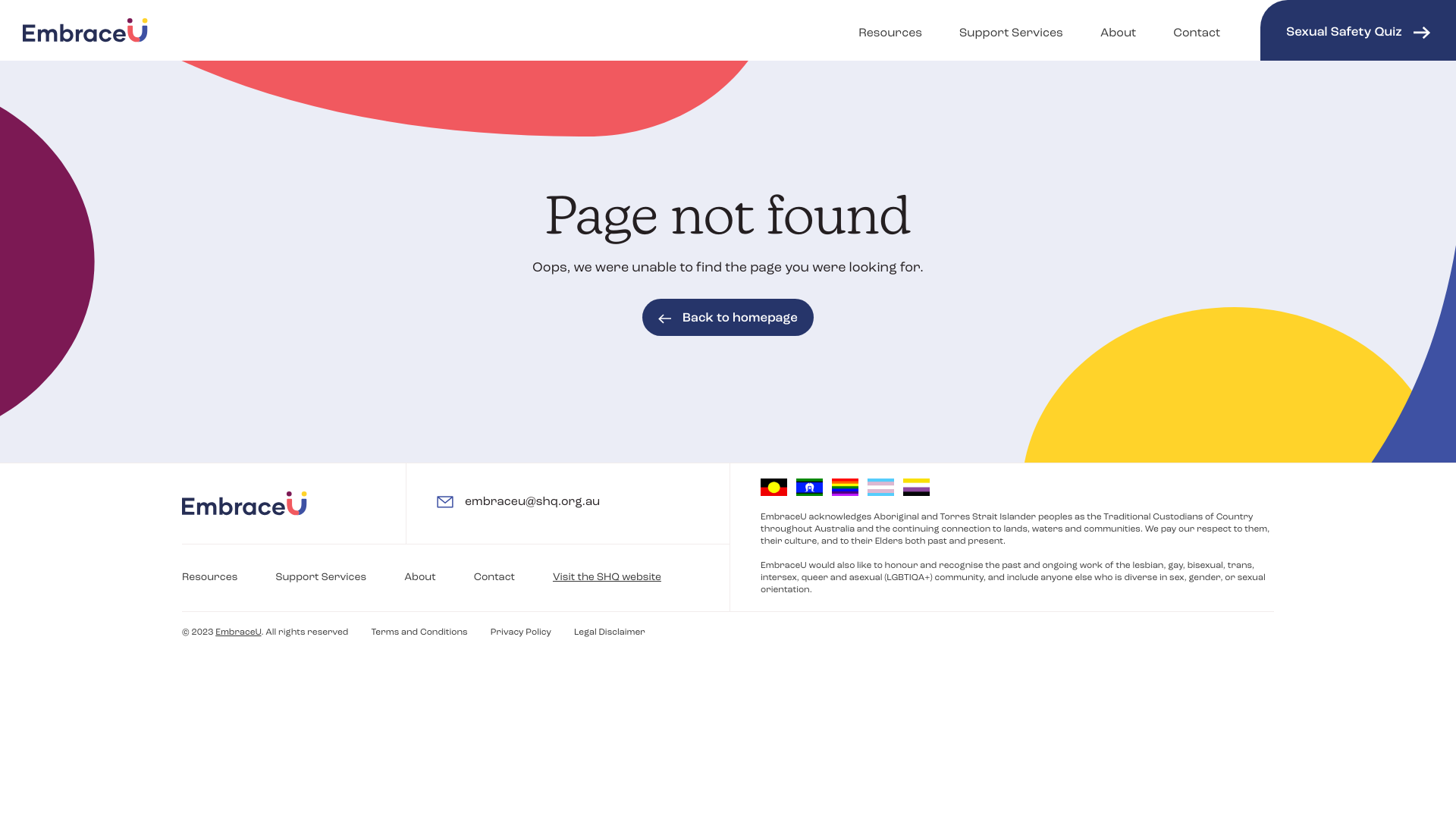 The height and width of the screenshot is (819, 1456). Describe the element at coordinates (1011, 30) in the screenshot. I see `'Support Services'` at that location.